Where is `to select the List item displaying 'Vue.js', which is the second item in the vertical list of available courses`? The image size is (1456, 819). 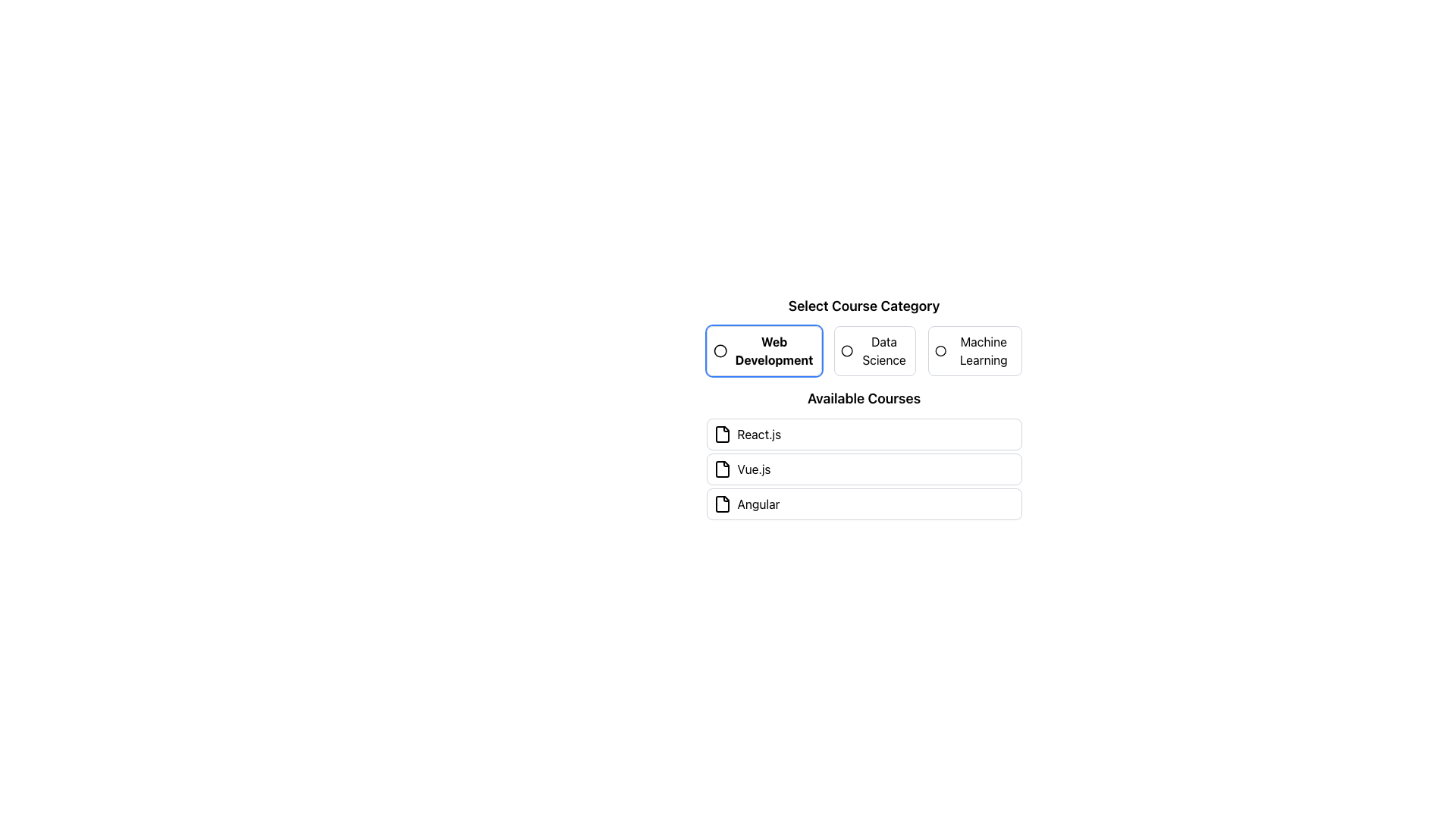 to select the List item displaying 'Vue.js', which is the second item in the vertical list of available courses is located at coordinates (864, 468).